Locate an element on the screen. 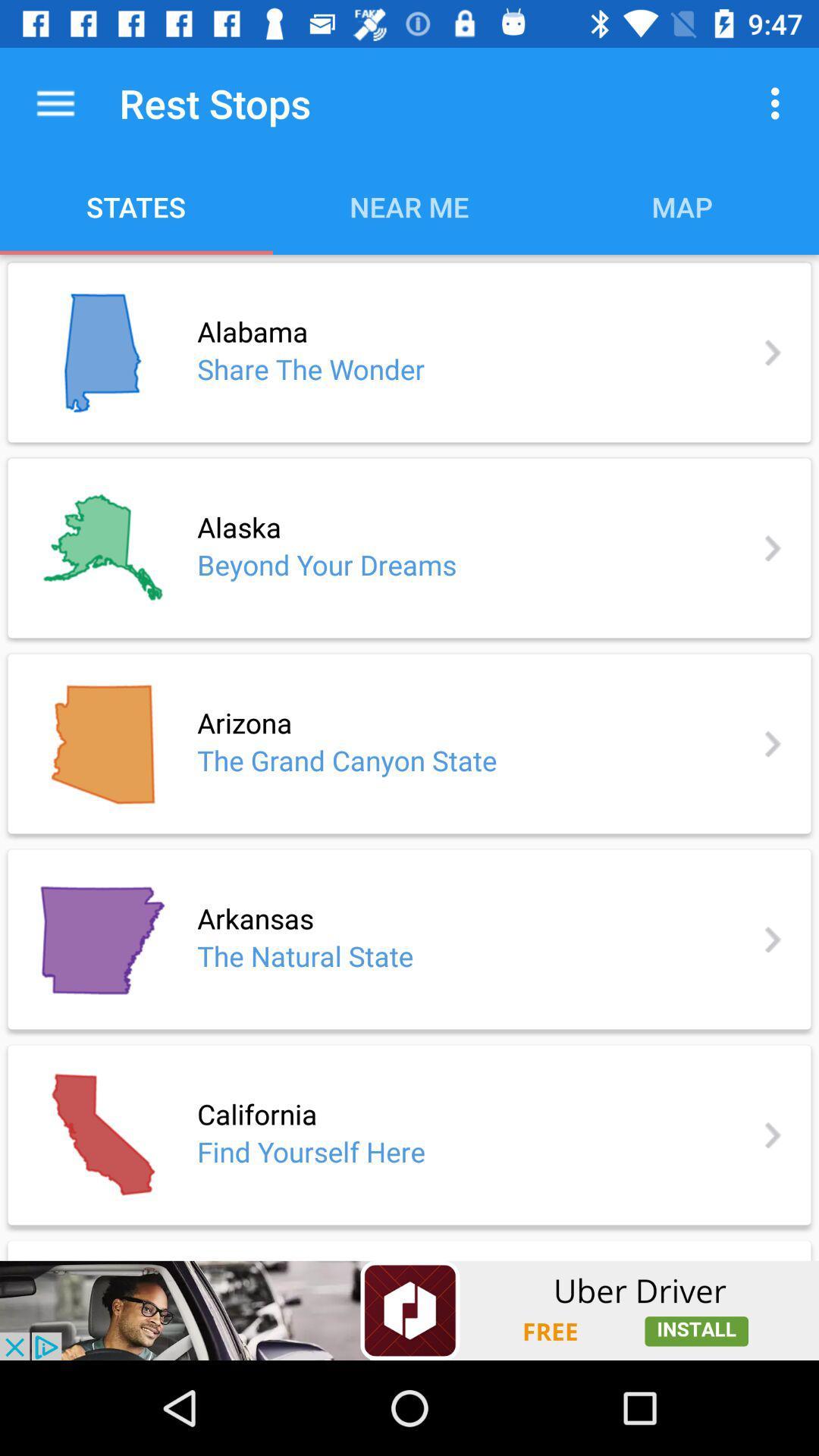 The image size is (819, 1456). external advertisement uber driver is located at coordinates (409, 1310).